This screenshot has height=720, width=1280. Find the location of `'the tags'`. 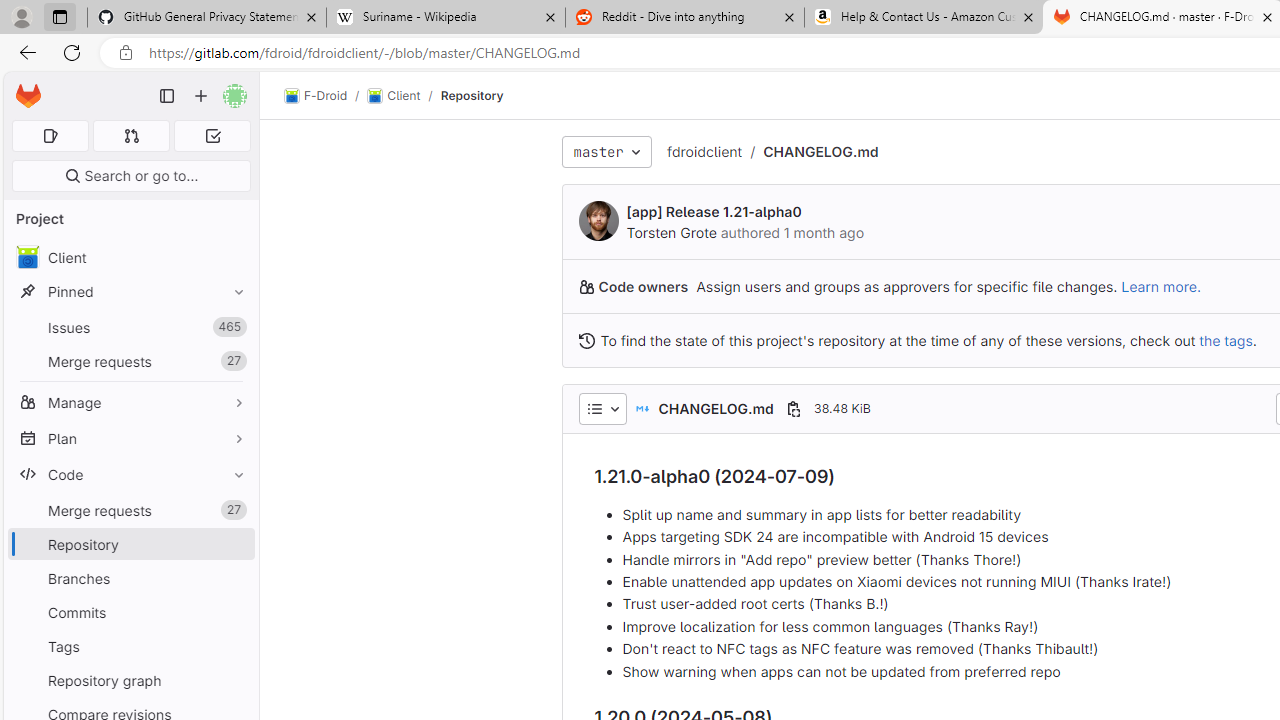

'the tags' is located at coordinates (1225, 339).